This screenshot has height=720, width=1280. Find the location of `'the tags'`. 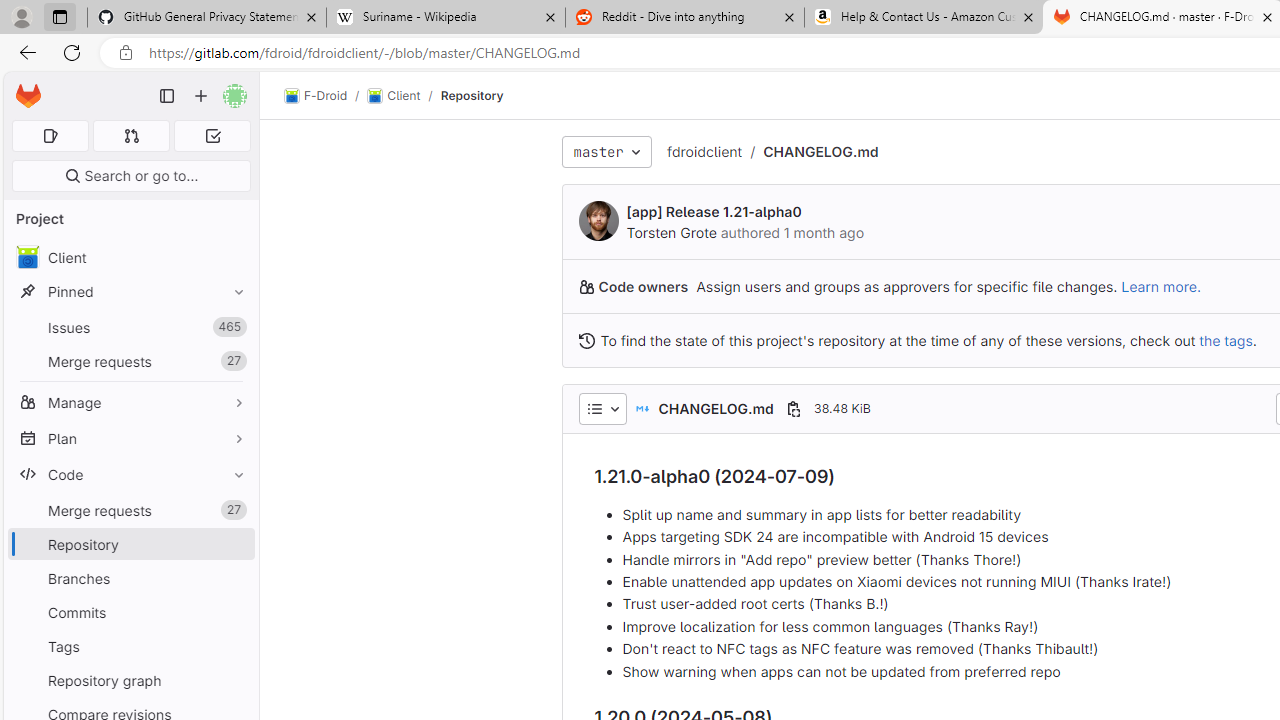

'the tags' is located at coordinates (1225, 339).